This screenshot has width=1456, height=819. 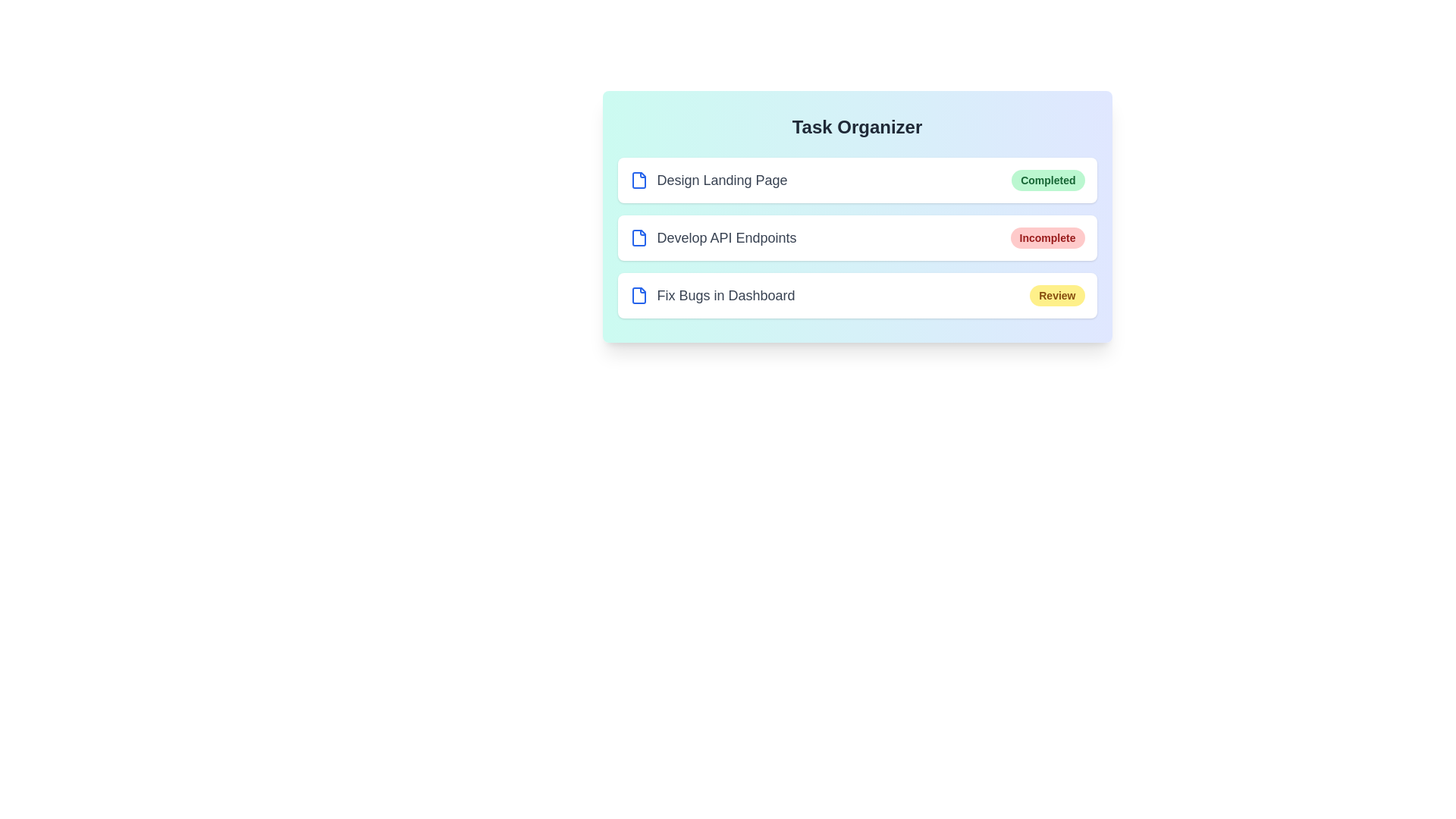 I want to click on the status button of the task named Develop API Endpoints to toggle its completion status, so click(x=1046, y=237).